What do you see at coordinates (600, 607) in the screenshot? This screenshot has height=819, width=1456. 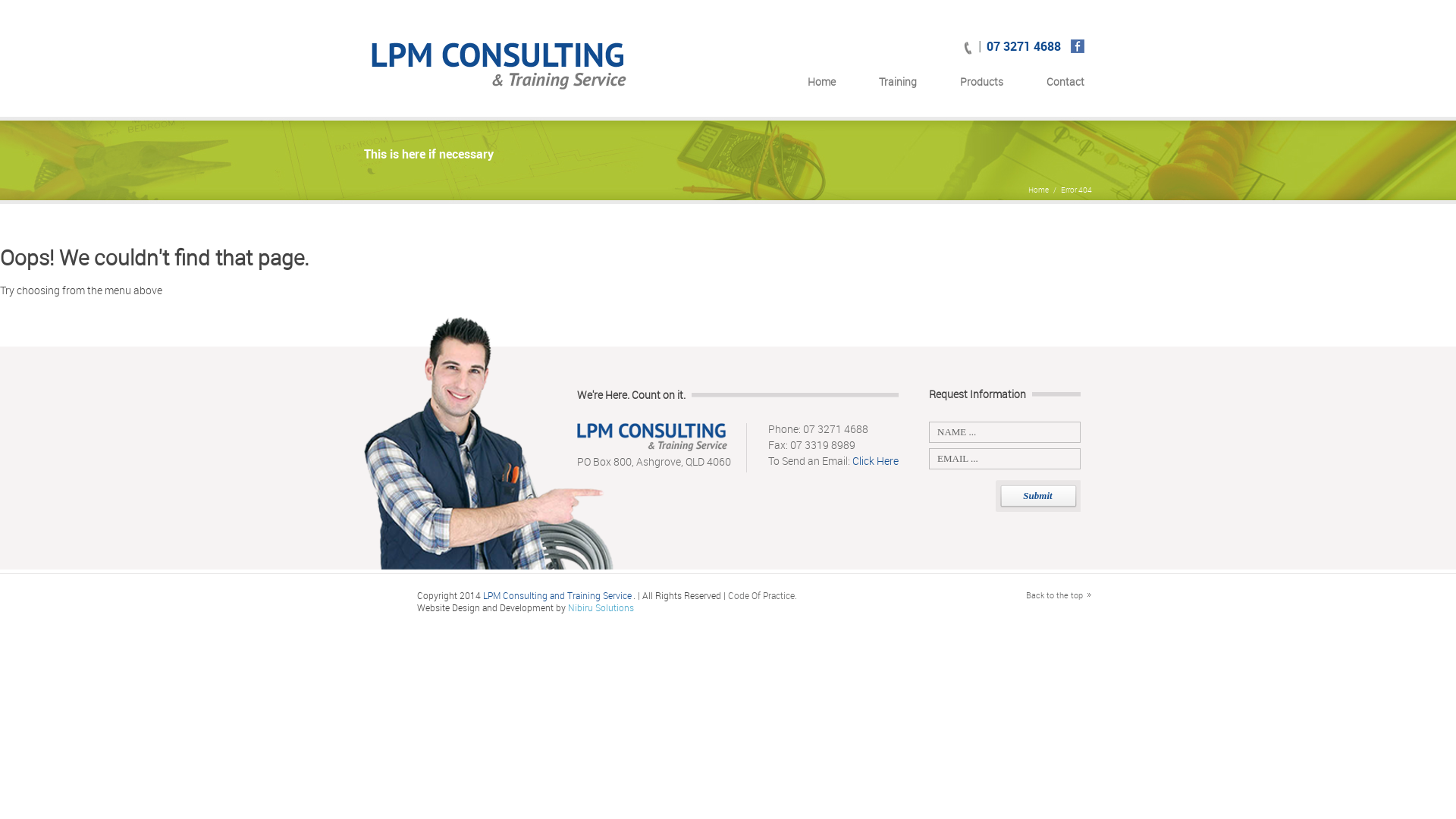 I see `'Nibiru Solutions'` at bounding box center [600, 607].